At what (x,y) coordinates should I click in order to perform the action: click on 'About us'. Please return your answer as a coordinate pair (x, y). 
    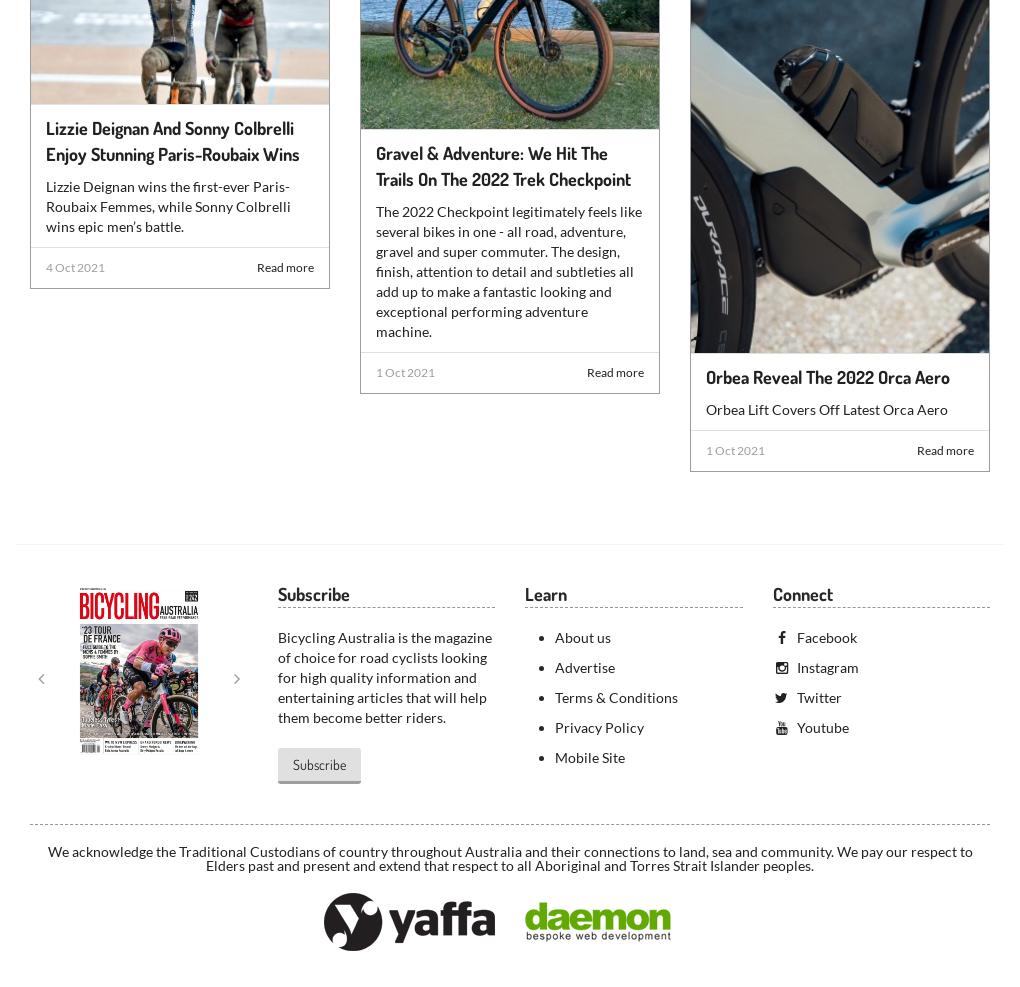
    Looking at the image, I should click on (583, 636).